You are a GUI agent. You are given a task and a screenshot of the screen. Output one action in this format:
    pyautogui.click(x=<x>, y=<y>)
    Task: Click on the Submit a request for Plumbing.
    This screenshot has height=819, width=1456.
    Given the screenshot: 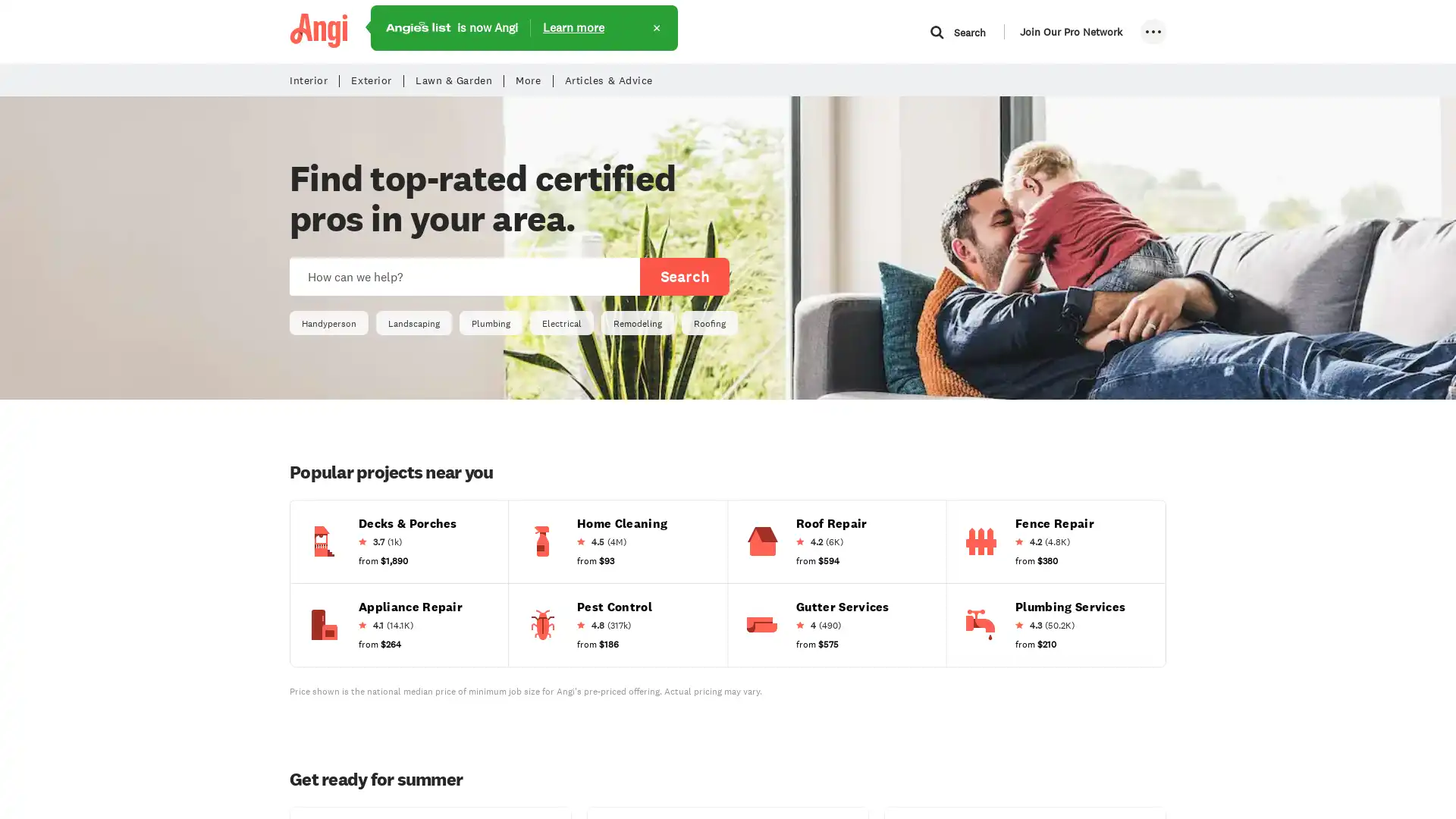 What is the action you would take?
    pyautogui.click(x=1069, y=599)
    